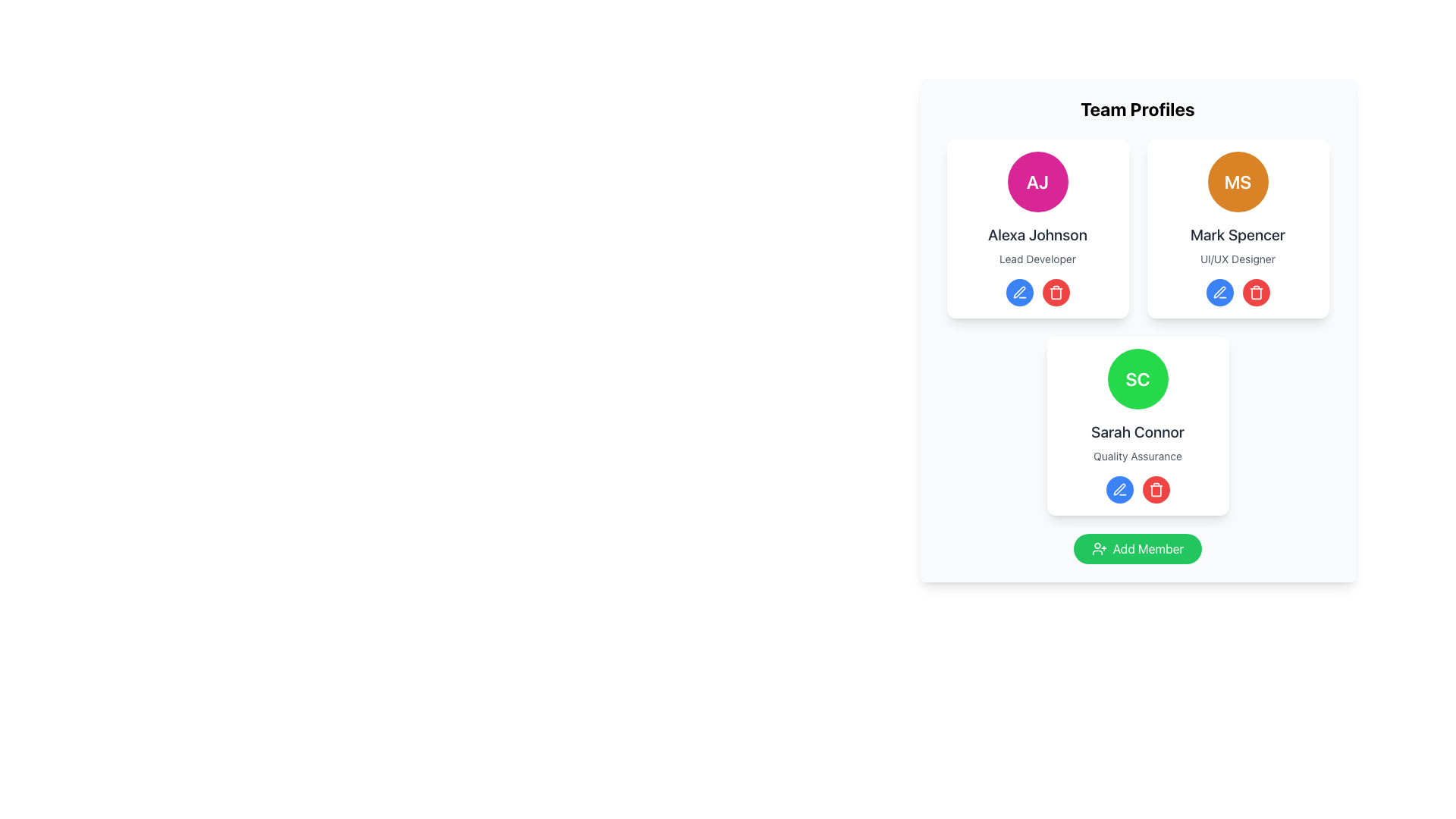 The image size is (1456, 819). I want to click on the visual indicator or avatar for the 'Sarah Connor' profile located in the bottom right of the 'Team Profiles' section, above the name 'Sarah Connor' and role 'Quality Assurance', so click(1137, 378).